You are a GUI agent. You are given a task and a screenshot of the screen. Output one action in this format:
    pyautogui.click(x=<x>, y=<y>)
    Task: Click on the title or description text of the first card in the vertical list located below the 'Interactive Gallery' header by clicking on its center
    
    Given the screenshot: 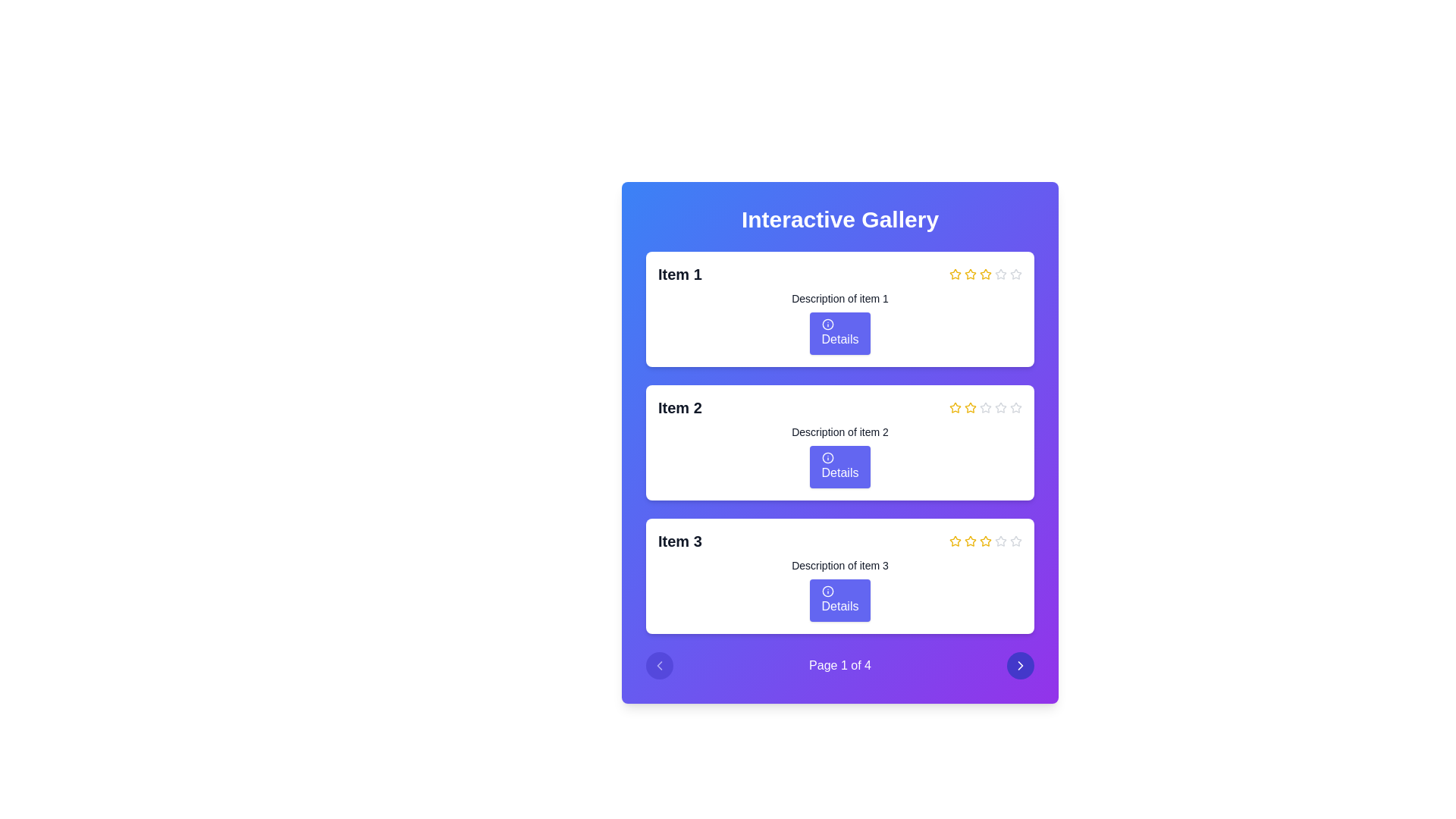 What is the action you would take?
    pyautogui.click(x=839, y=309)
    